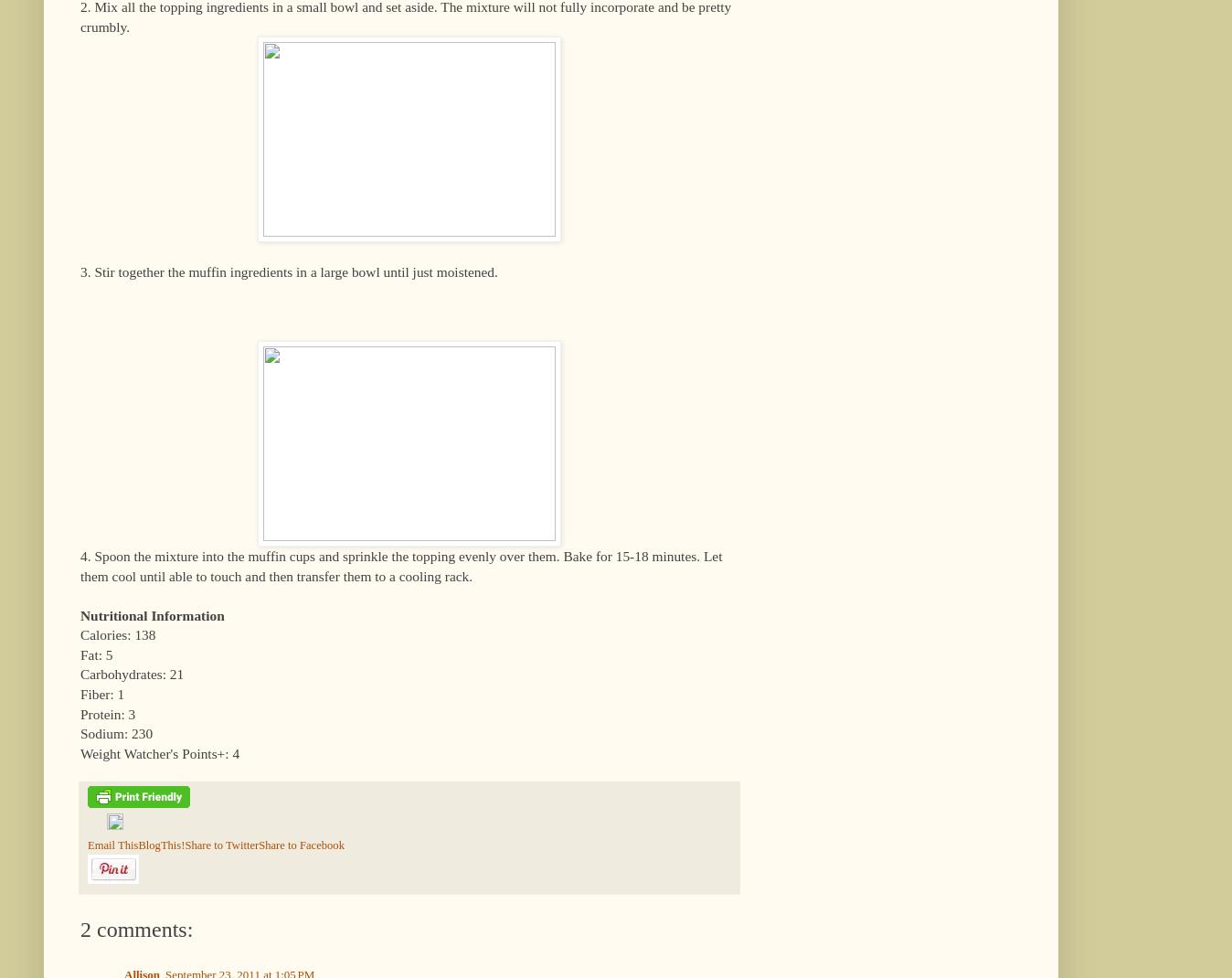 The width and height of the screenshot is (1232, 978). I want to click on 'Share to Facebook', so click(301, 844).